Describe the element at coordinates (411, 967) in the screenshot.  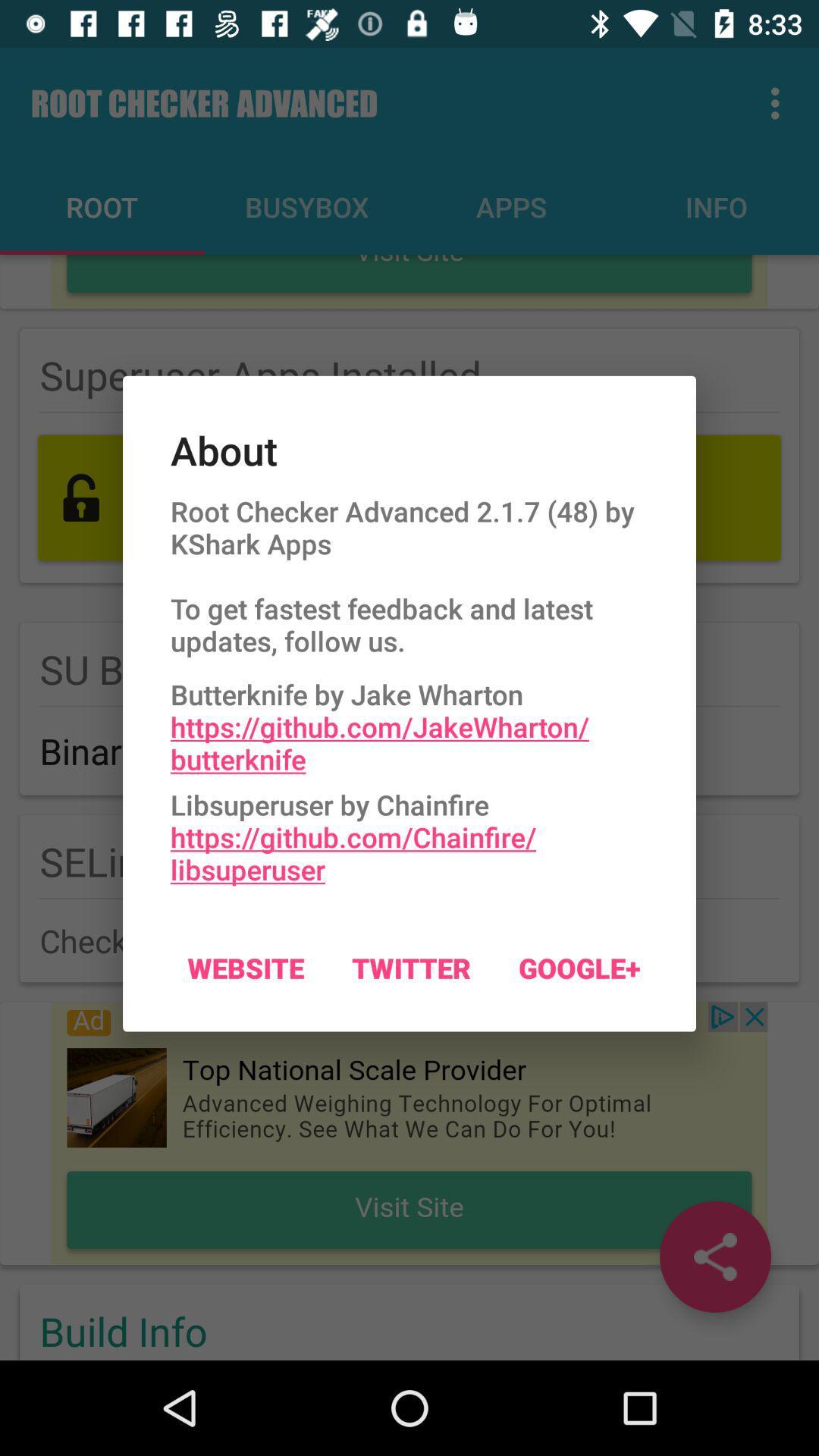
I see `icon next to website icon` at that location.